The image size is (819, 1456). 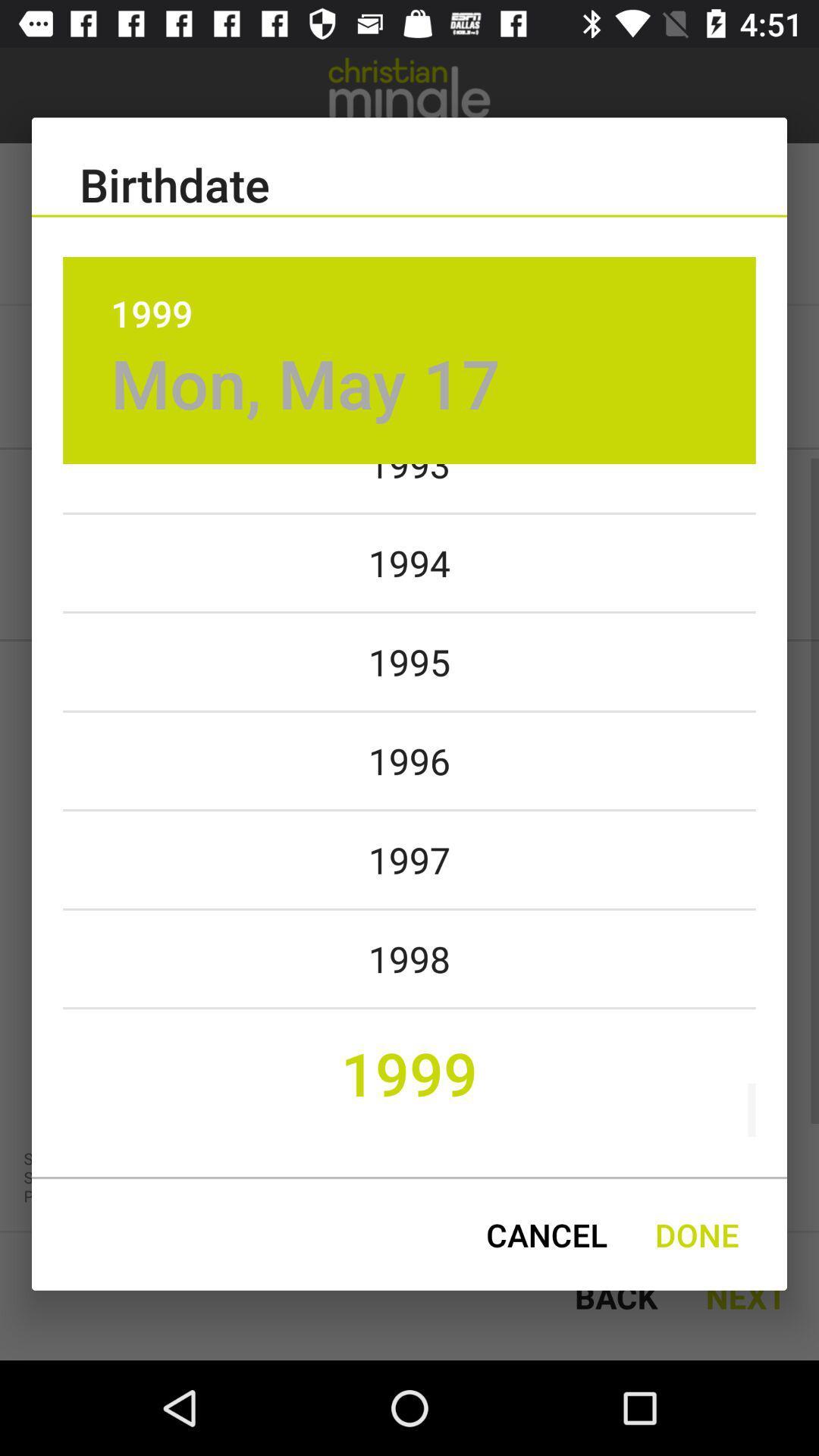 What do you see at coordinates (306, 383) in the screenshot?
I see `the item above 1993` at bounding box center [306, 383].